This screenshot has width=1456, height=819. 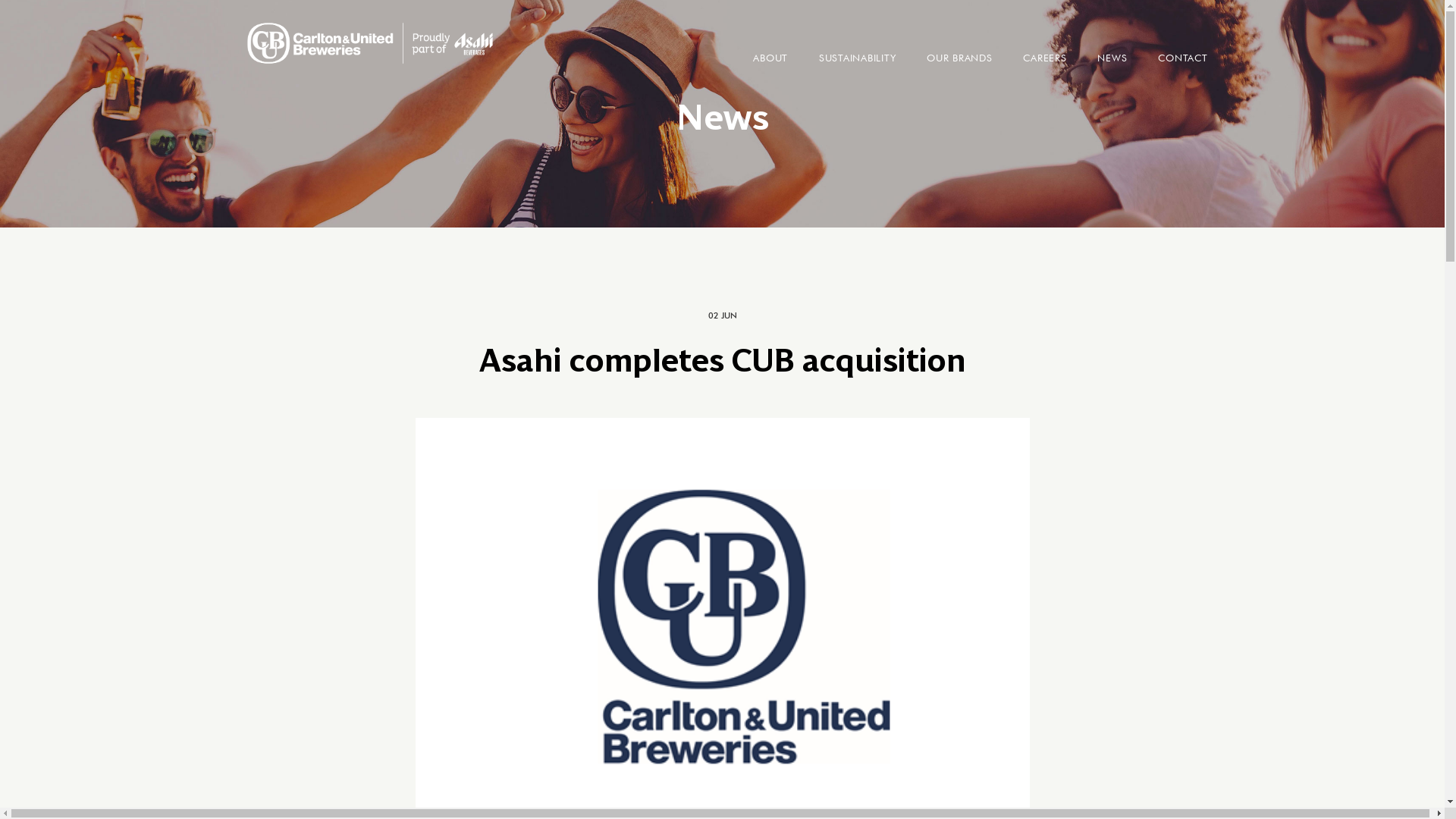 I want to click on 'NEWS', so click(x=1112, y=63).